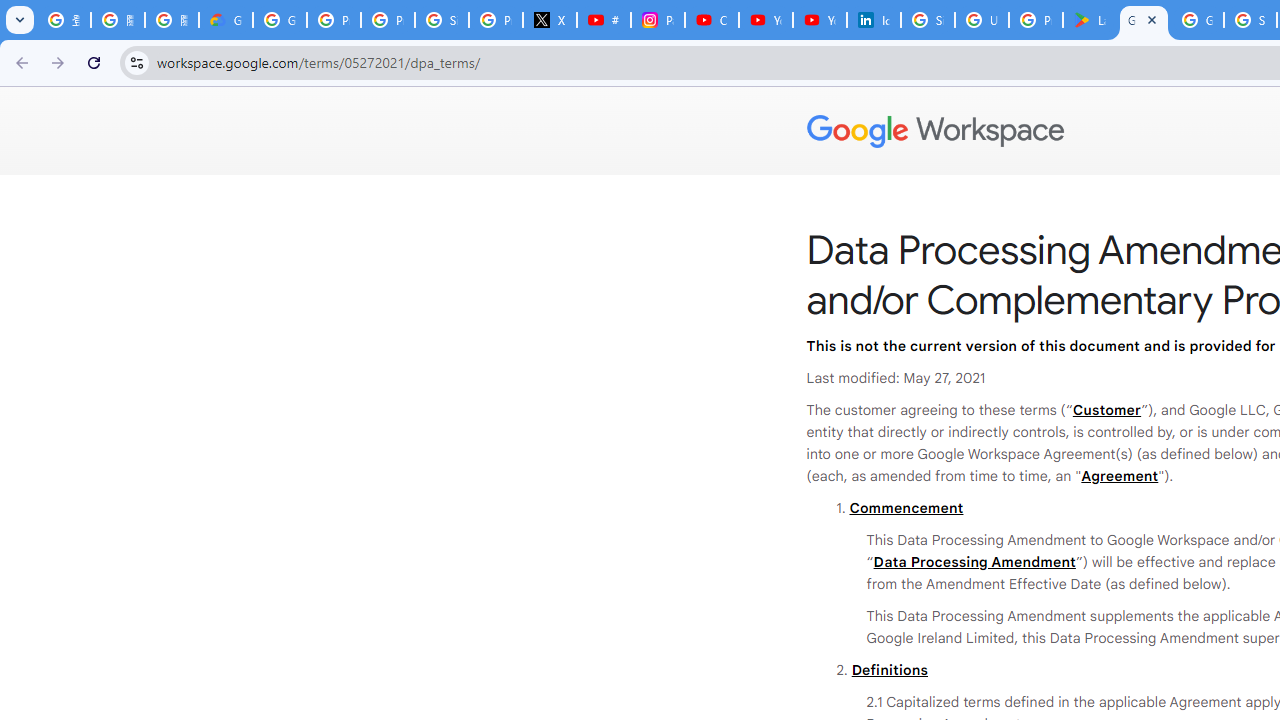  What do you see at coordinates (19, 61) in the screenshot?
I see `'Back'` at bounding box center [19, 61].